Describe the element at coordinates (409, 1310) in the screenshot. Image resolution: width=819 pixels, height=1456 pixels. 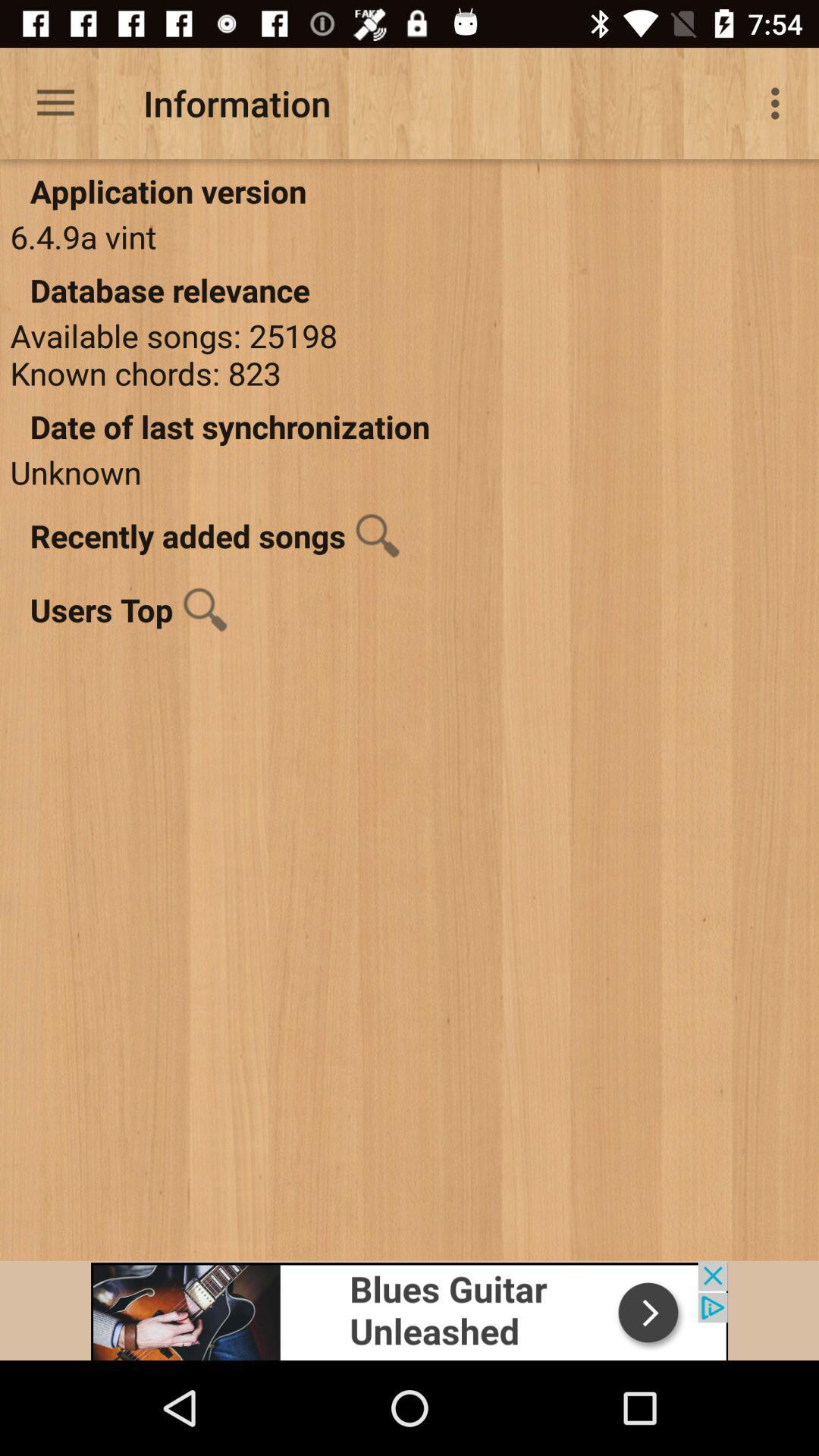
I see `previous` at that location.